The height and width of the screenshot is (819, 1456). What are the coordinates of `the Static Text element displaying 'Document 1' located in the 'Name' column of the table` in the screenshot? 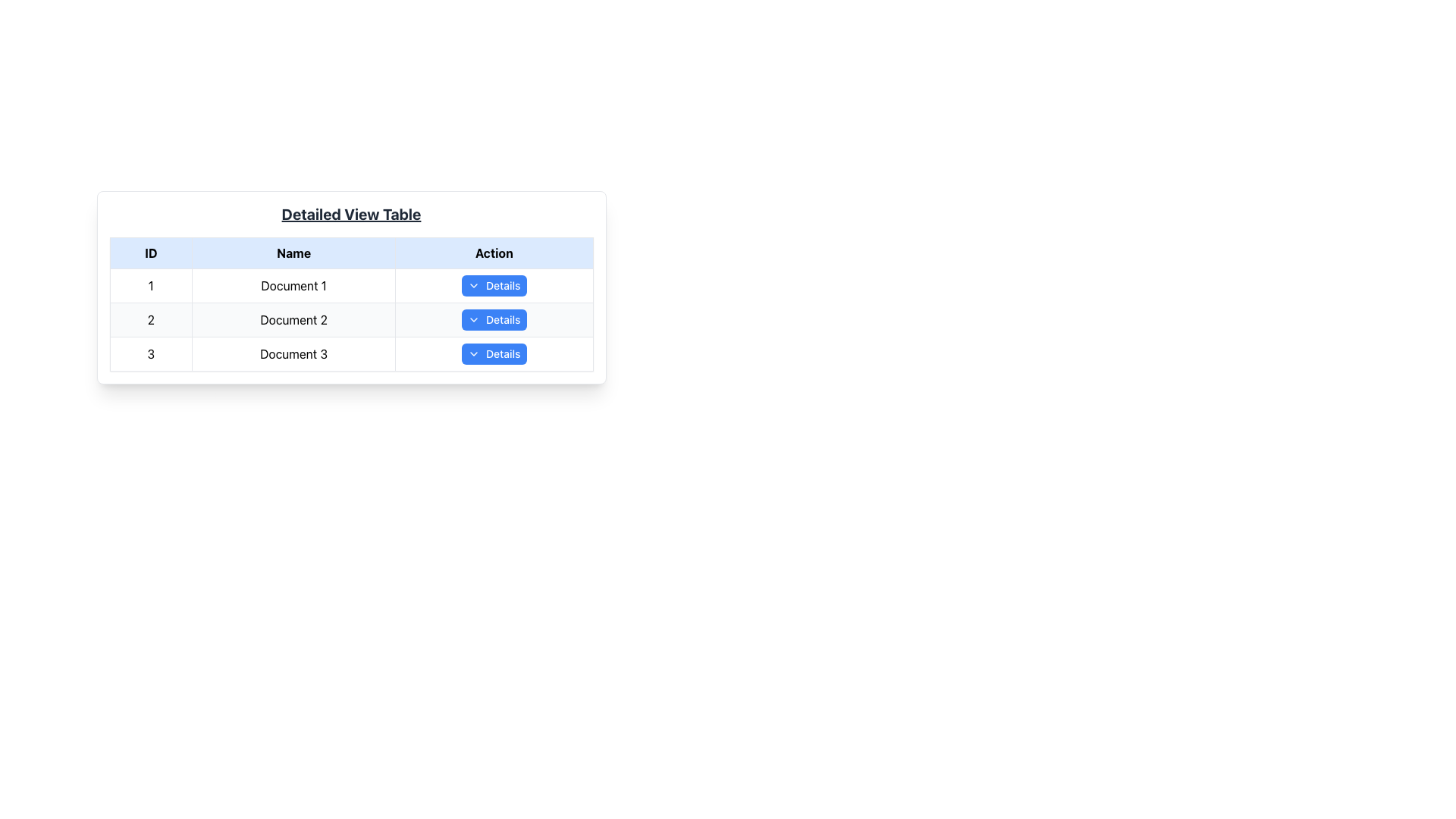 It's located at (293, 286).